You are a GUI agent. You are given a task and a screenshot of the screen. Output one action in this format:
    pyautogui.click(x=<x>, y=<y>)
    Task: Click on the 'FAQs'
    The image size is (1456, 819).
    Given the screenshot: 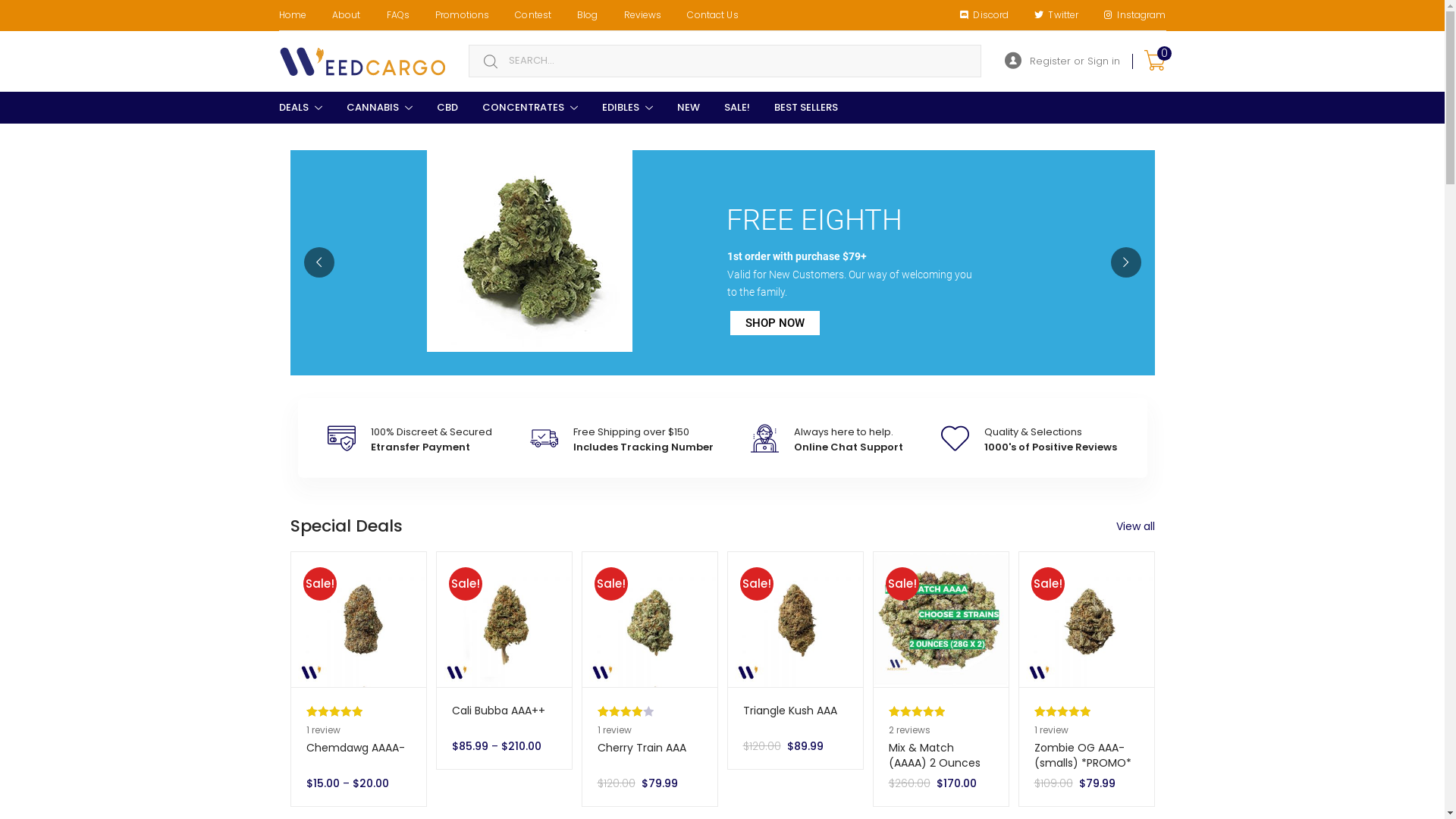 What is the action you would take?
    pyautogui.click(x=397, y=14)
    